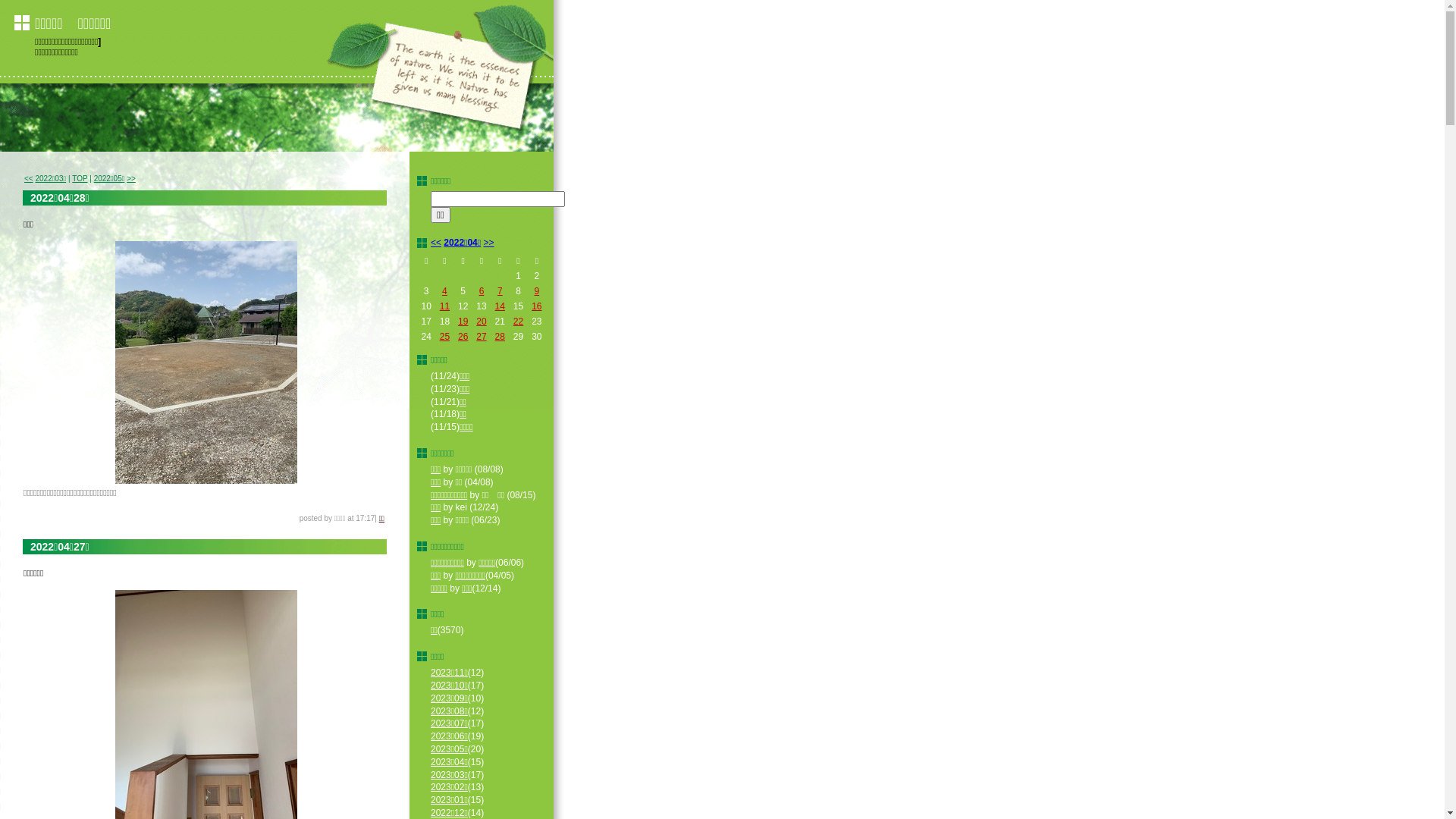  What do you see at coordinates (494, 306) in the screenshot?
I see `'14'` at bounding box center [494, 306].